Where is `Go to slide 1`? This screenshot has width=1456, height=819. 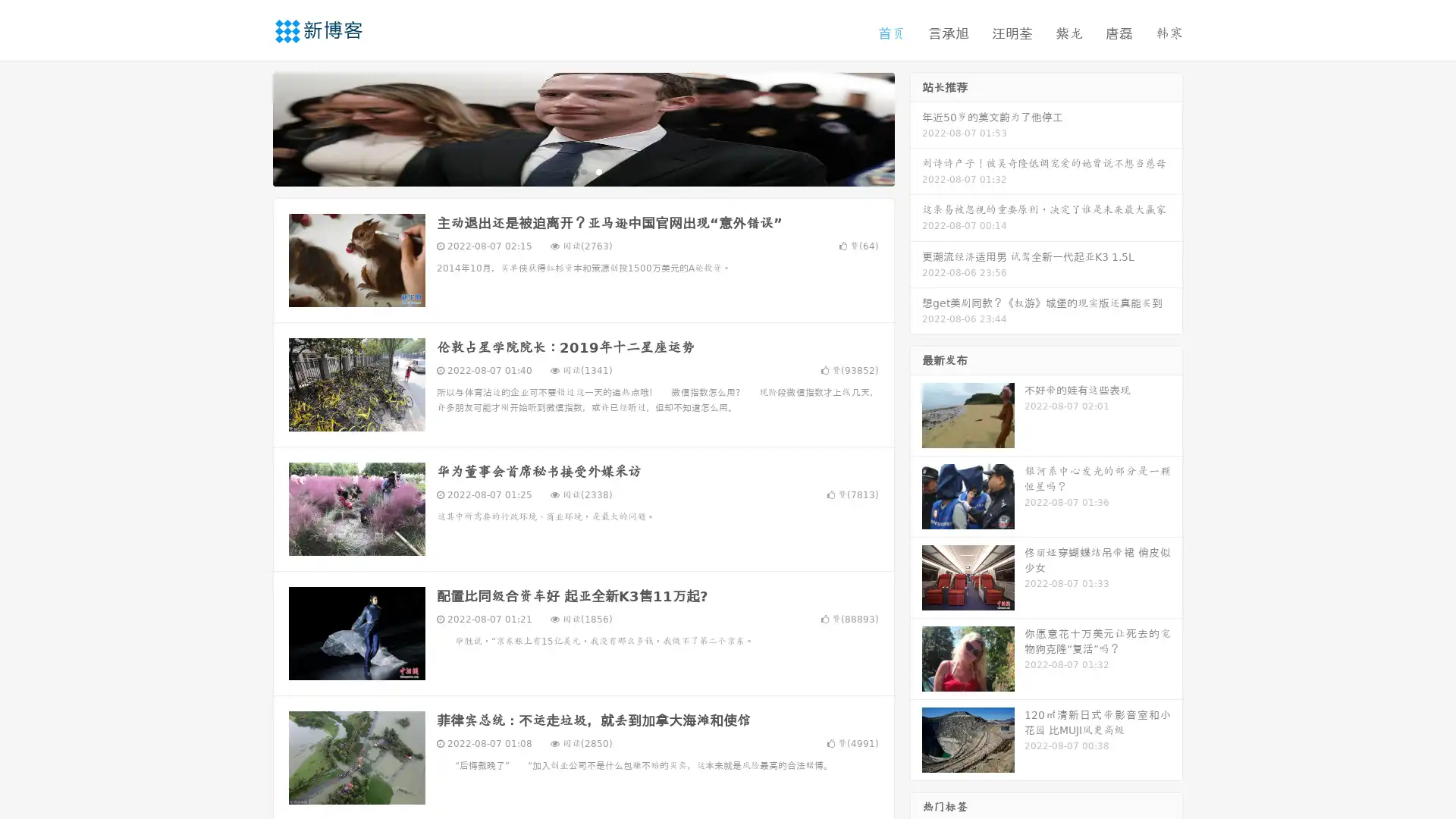
Go to slide 1 is located at coordinates (567, 171).